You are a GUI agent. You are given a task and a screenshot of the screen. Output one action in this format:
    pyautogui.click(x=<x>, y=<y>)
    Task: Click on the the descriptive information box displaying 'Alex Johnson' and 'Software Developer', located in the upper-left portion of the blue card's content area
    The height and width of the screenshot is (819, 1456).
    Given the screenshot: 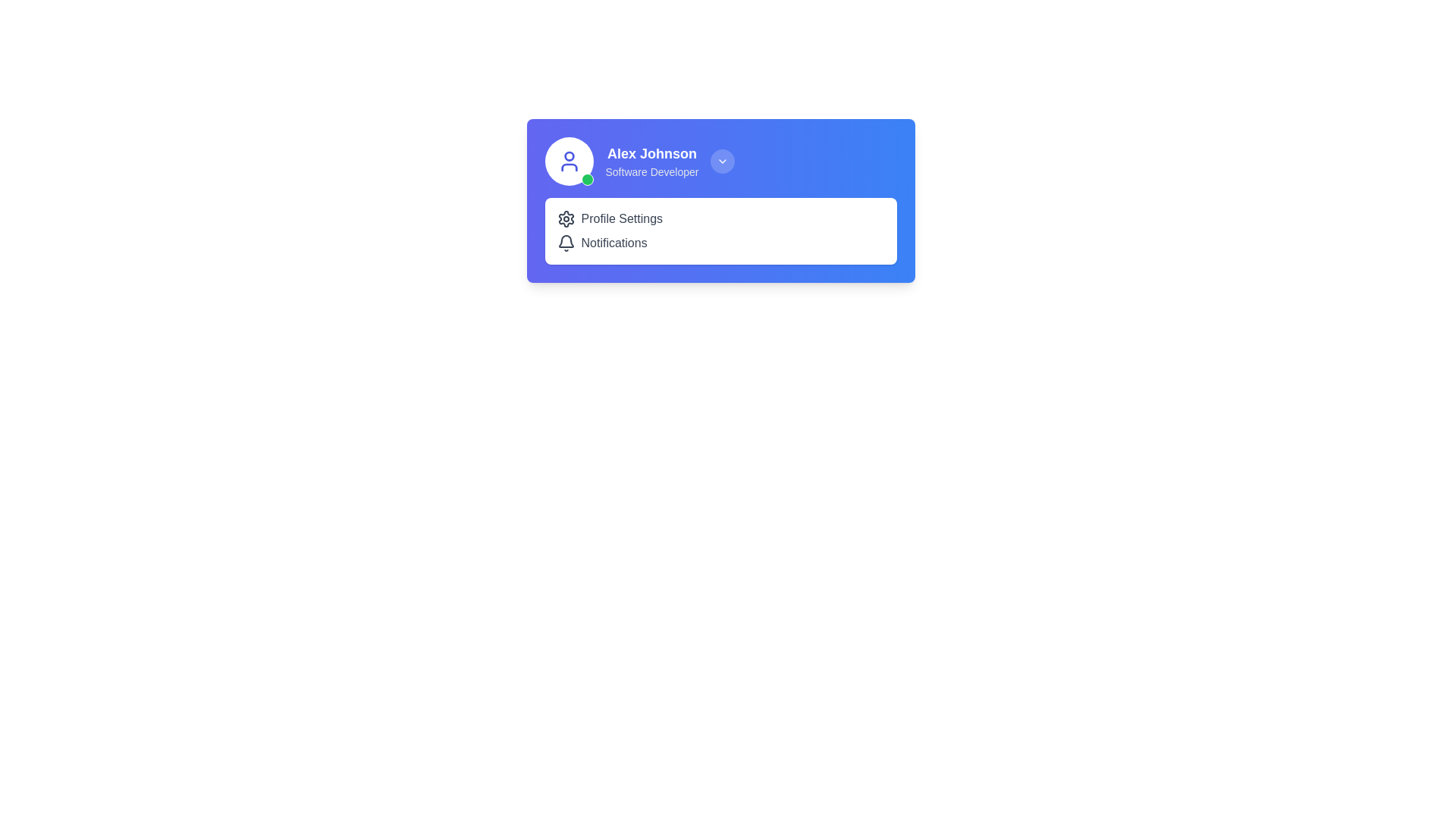 What is the action you would take?
    pyautogui.click(x=651, y=161)
    